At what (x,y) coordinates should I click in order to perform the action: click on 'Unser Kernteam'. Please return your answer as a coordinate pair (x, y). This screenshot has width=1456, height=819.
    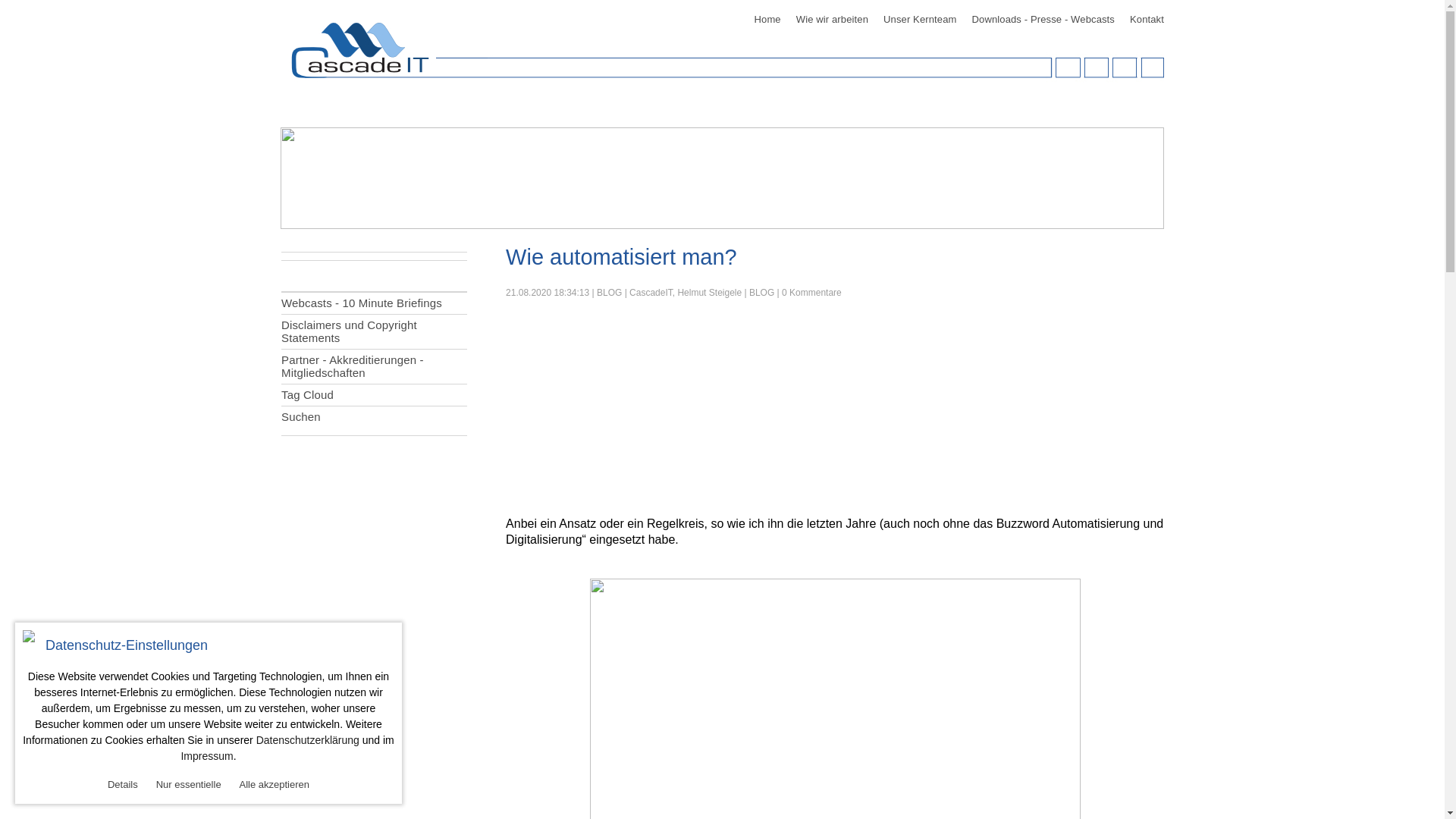
    Looking at the image, I should click on (919, 20).